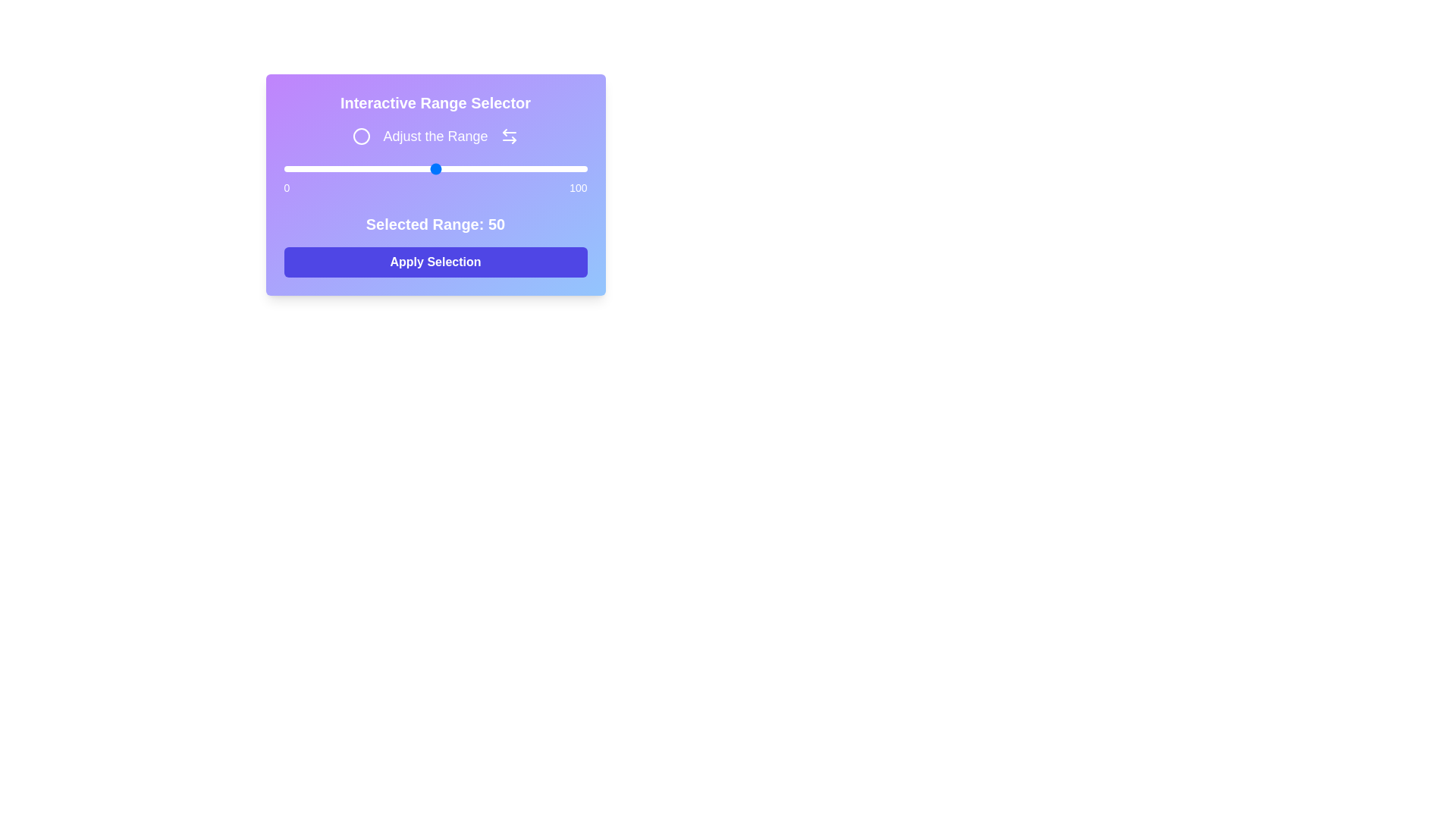 The width and height of the screenshot is (1456, 819). Describe the element at coordinates (284, 169) in the screenshot. I see `the slider to set the range to 0` at that location.